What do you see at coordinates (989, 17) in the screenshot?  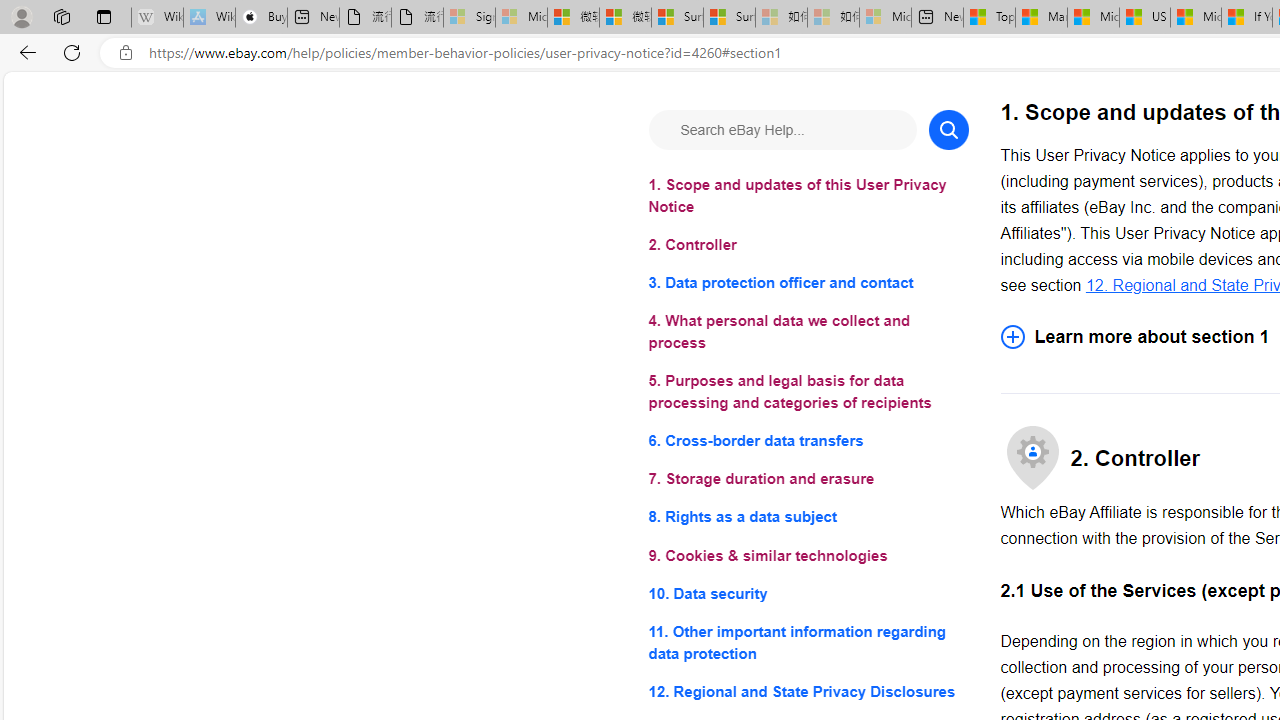 I see `'Top Stories - MSN'` at bounding box center [989, 17].